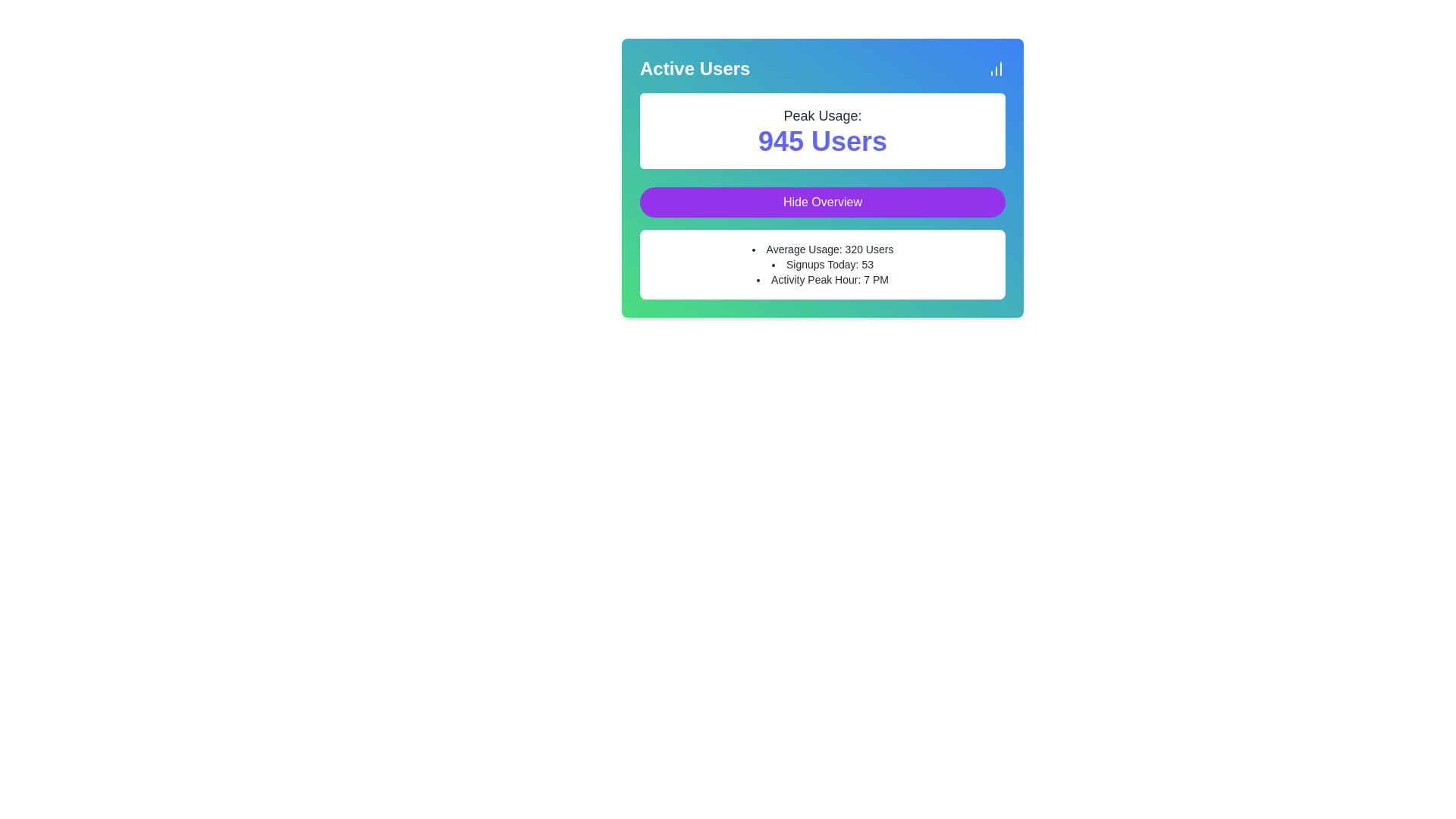 The width and height of the screenshot is (1456, 819). What do you see at coordinates (996, 69) in the screenshot?
I see `the small bar chart icon located in the top-right corner of the 'Active Users' section` at bounding box center [996, 69].